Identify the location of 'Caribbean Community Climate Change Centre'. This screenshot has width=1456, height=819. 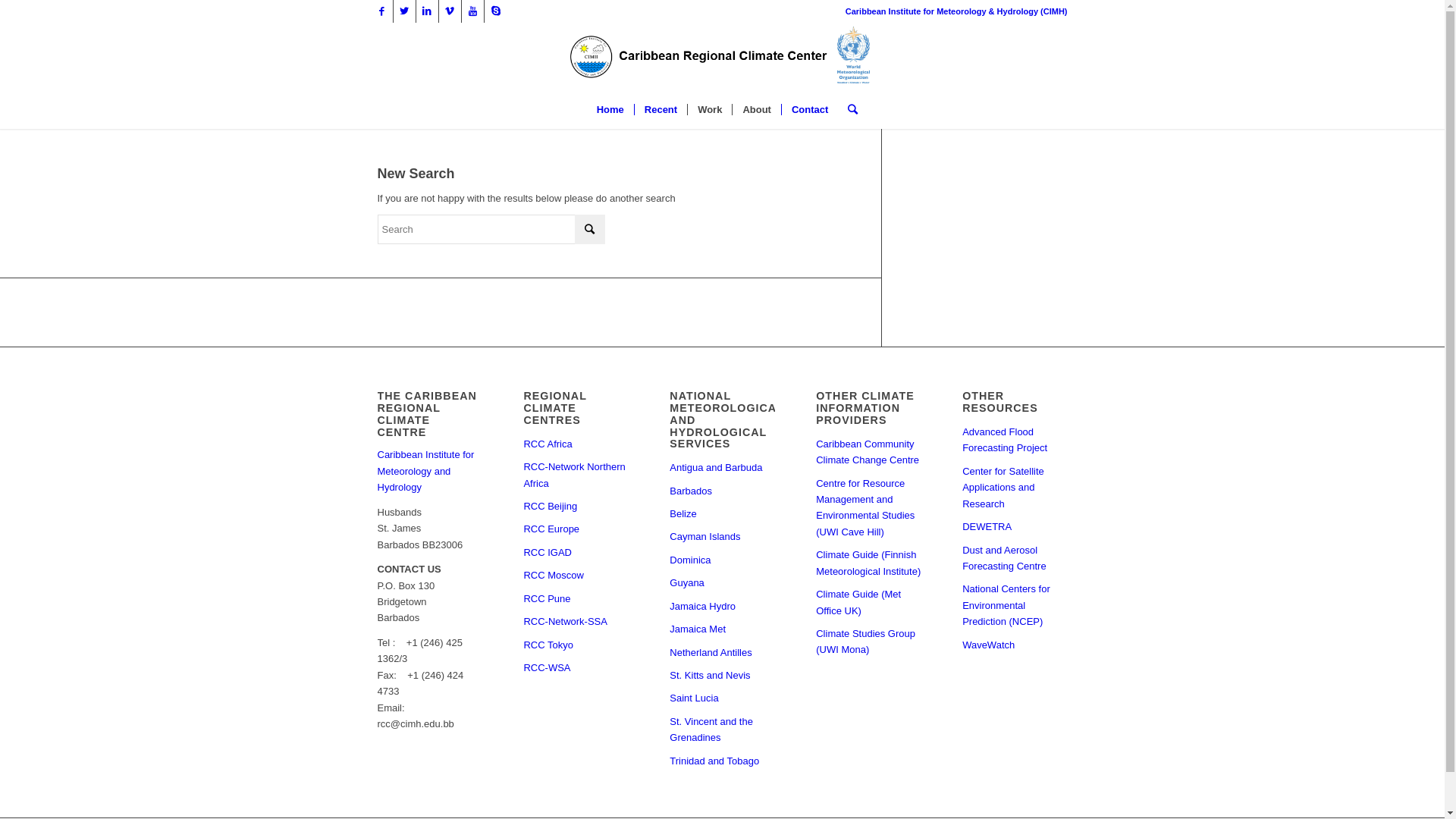
(868, 452).